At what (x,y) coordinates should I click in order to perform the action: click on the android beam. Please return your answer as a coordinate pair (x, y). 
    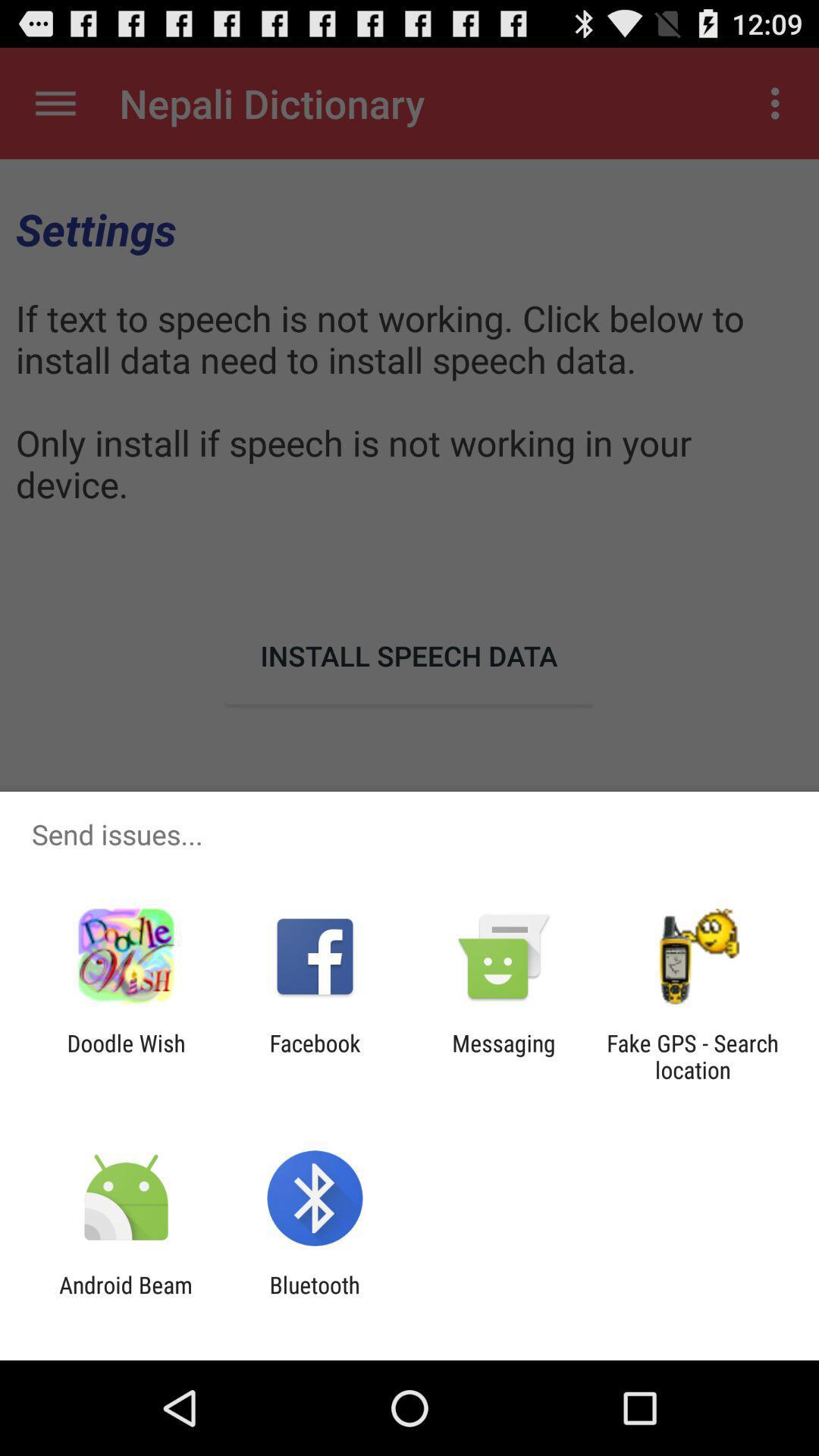
    Looking at the image, I should click on (125, 1298).